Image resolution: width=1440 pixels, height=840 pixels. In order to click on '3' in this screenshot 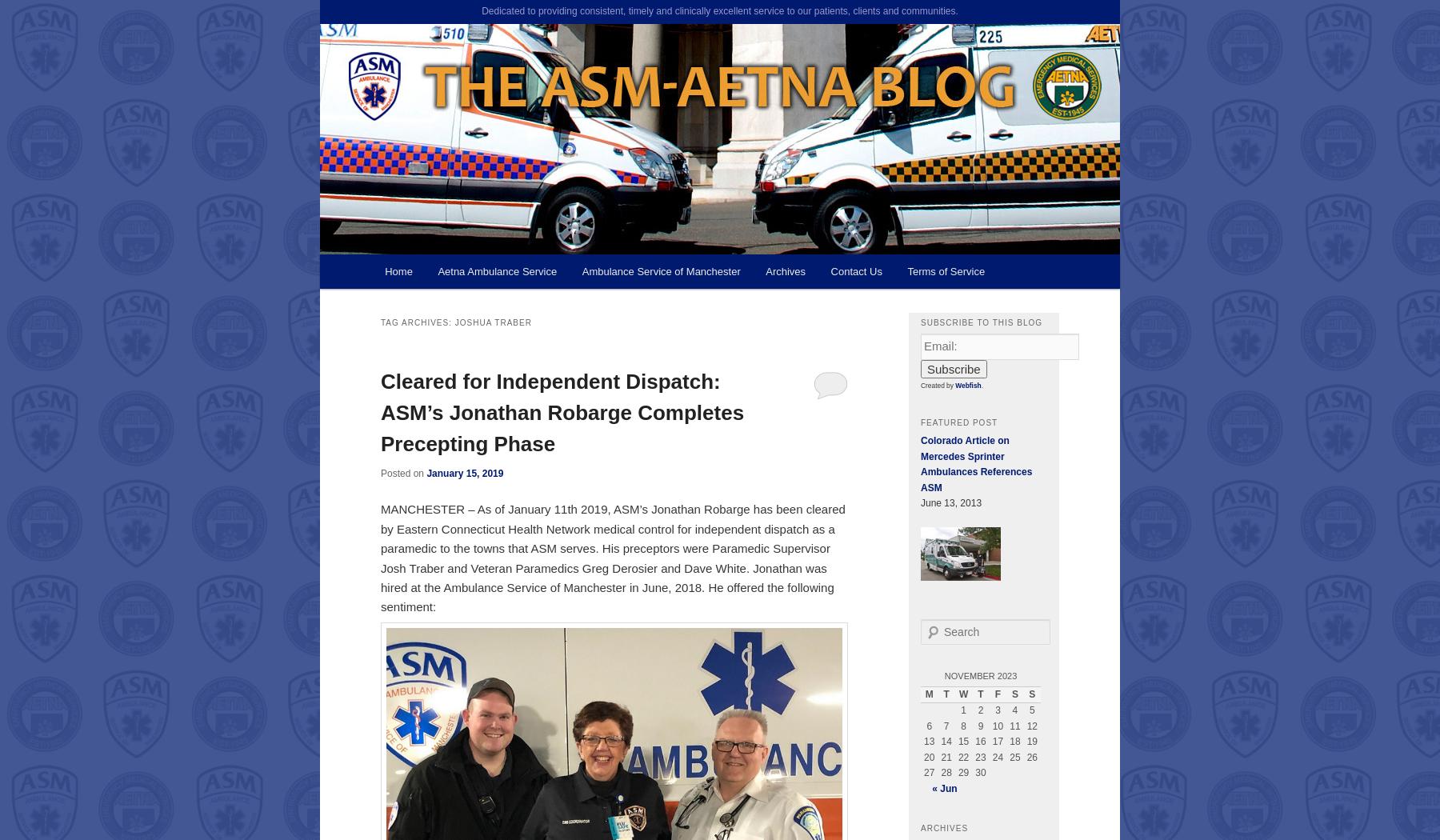, I will do `click(998, 709)`.